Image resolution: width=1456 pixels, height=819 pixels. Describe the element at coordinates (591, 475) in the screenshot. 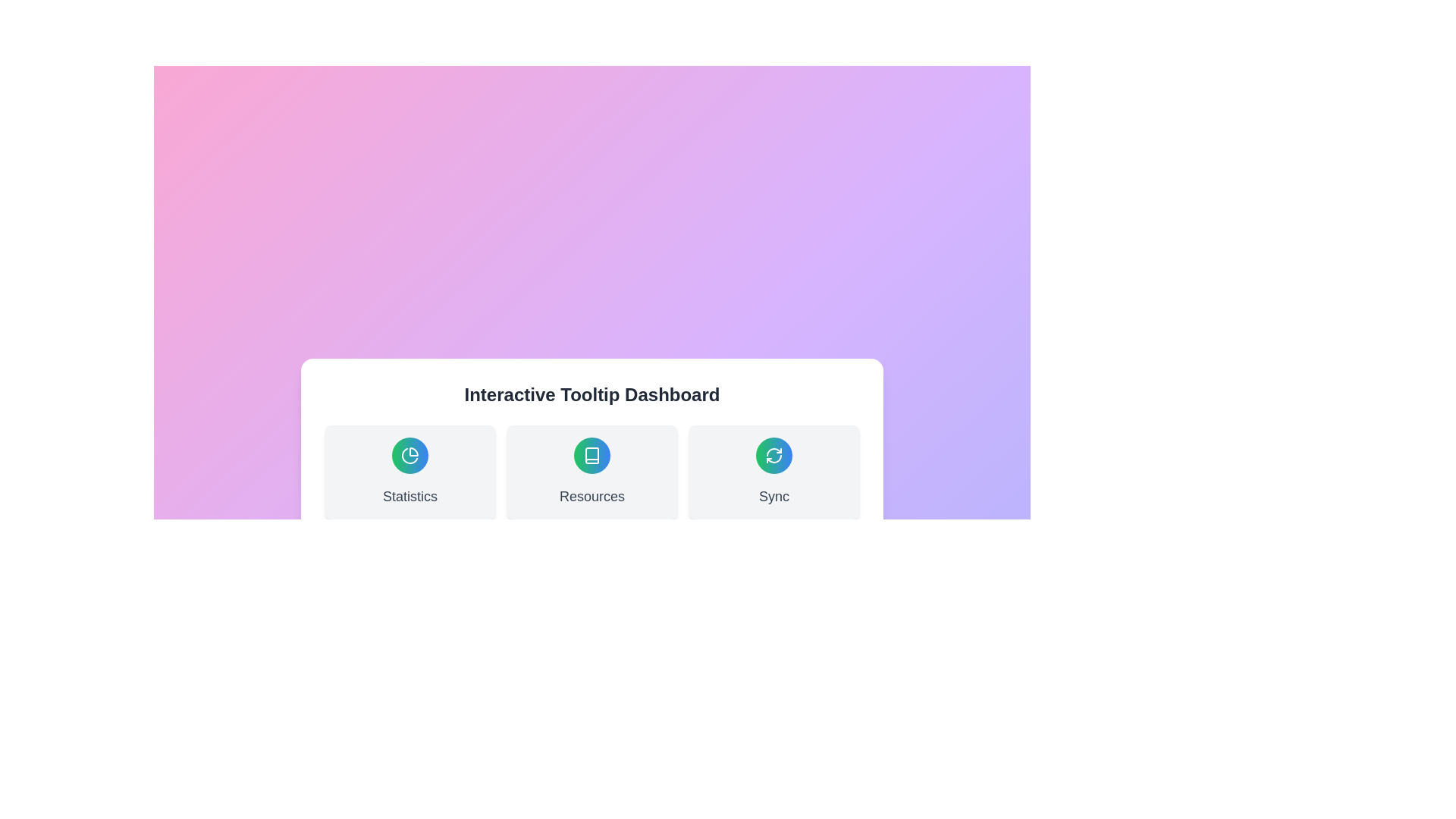

I see `the interactive card with an icon and label, which is the second card in a row of three, to trigger a tooltip` at that location.